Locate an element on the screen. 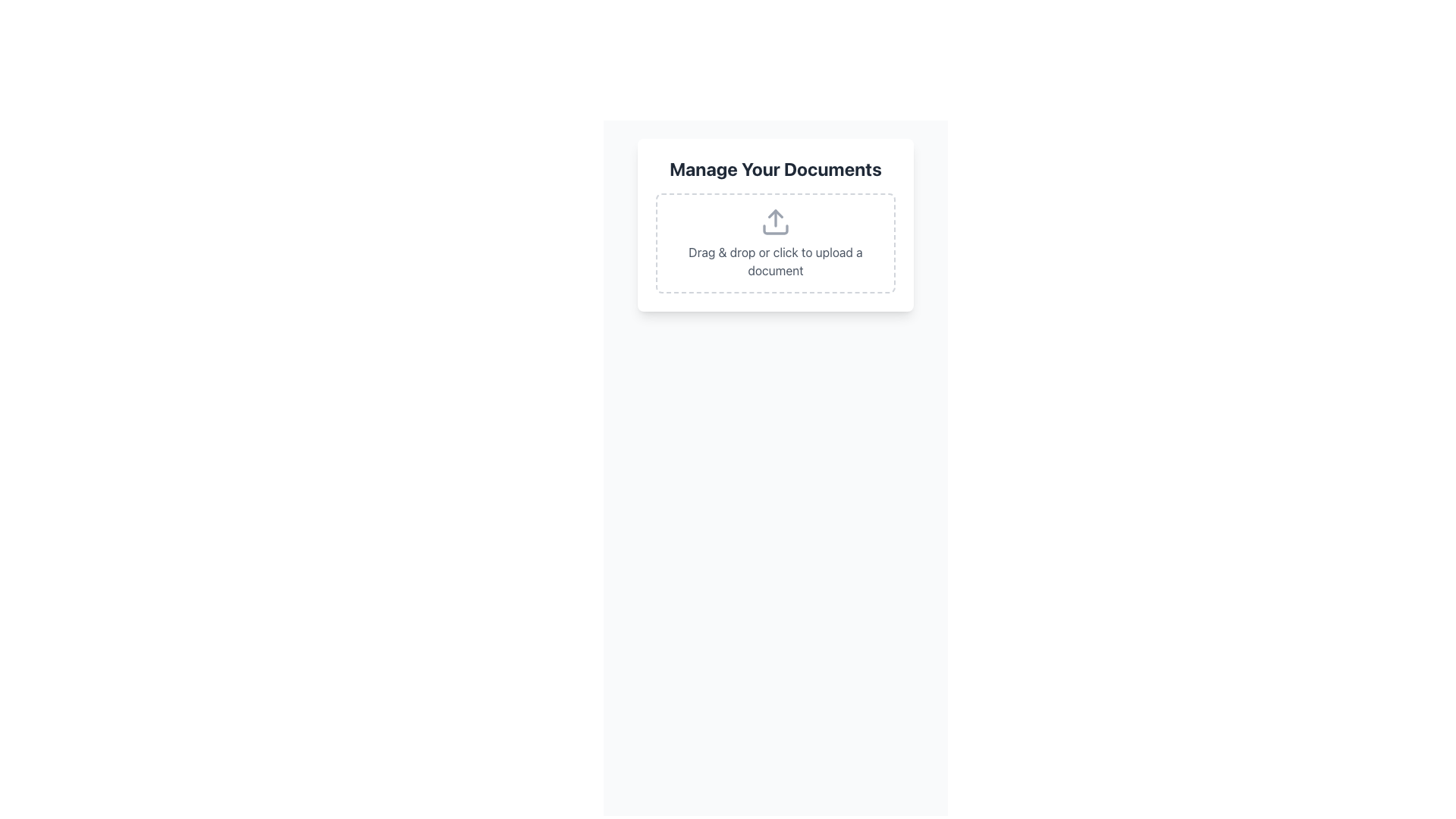  the descriptive text element that provides instructions for dragging and dropping files, located within a bordered dashed box below the upload icon is located at coordinates (775, 260).